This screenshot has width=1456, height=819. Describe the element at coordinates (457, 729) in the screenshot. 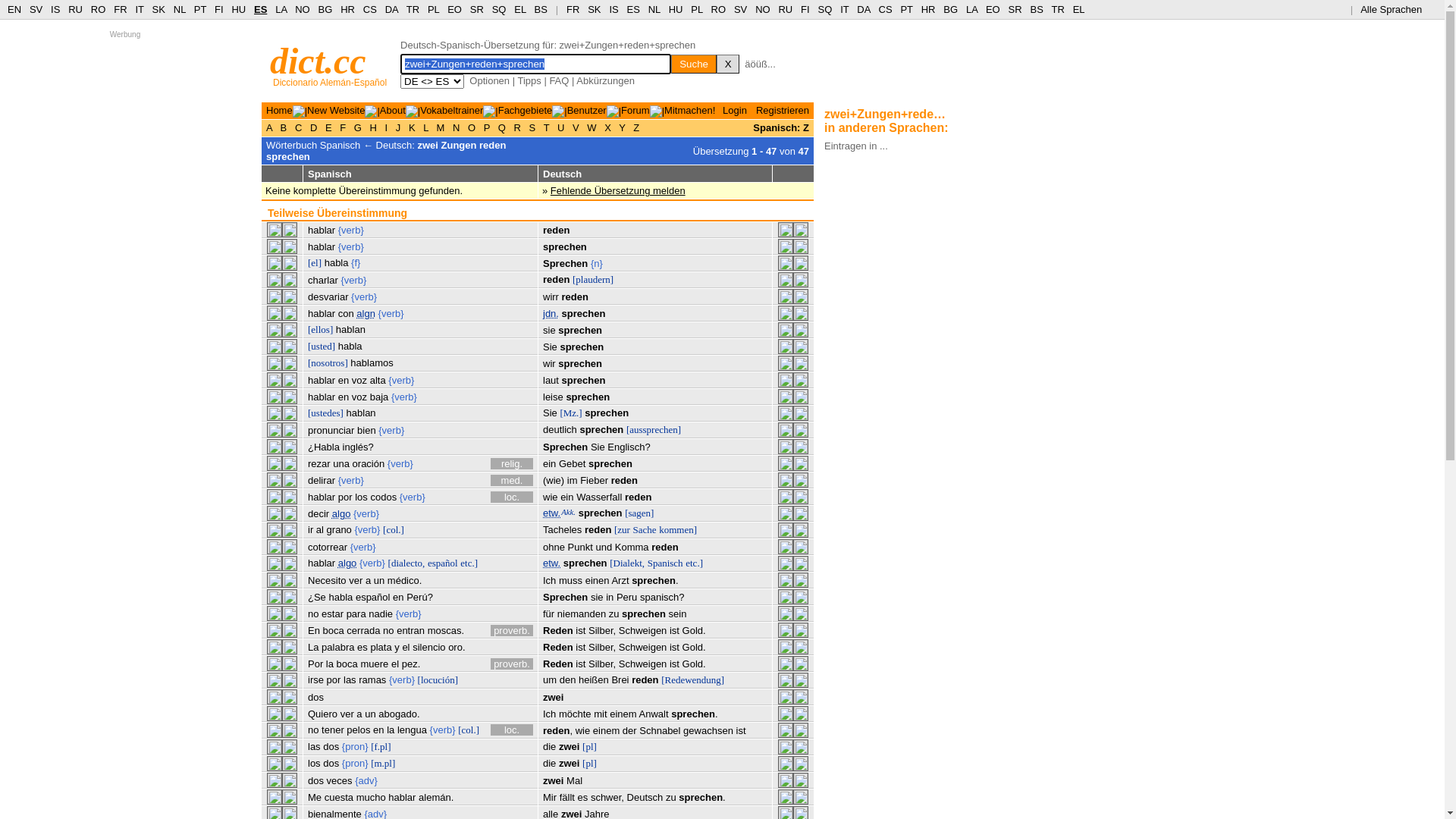

I see `'[col.]'` at that location.